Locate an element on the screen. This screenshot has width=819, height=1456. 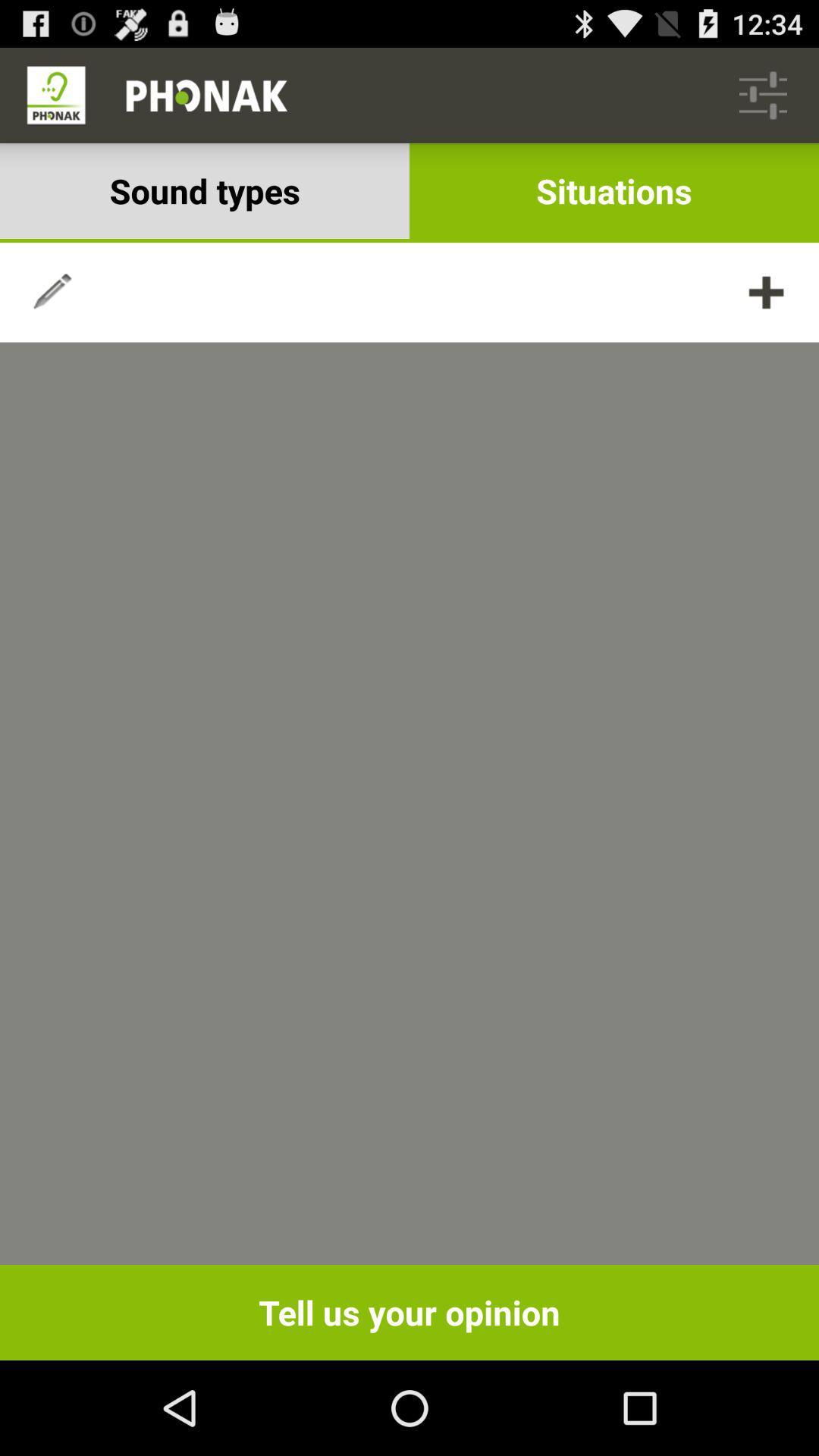
the add icon is located at coordinates (766, 312).